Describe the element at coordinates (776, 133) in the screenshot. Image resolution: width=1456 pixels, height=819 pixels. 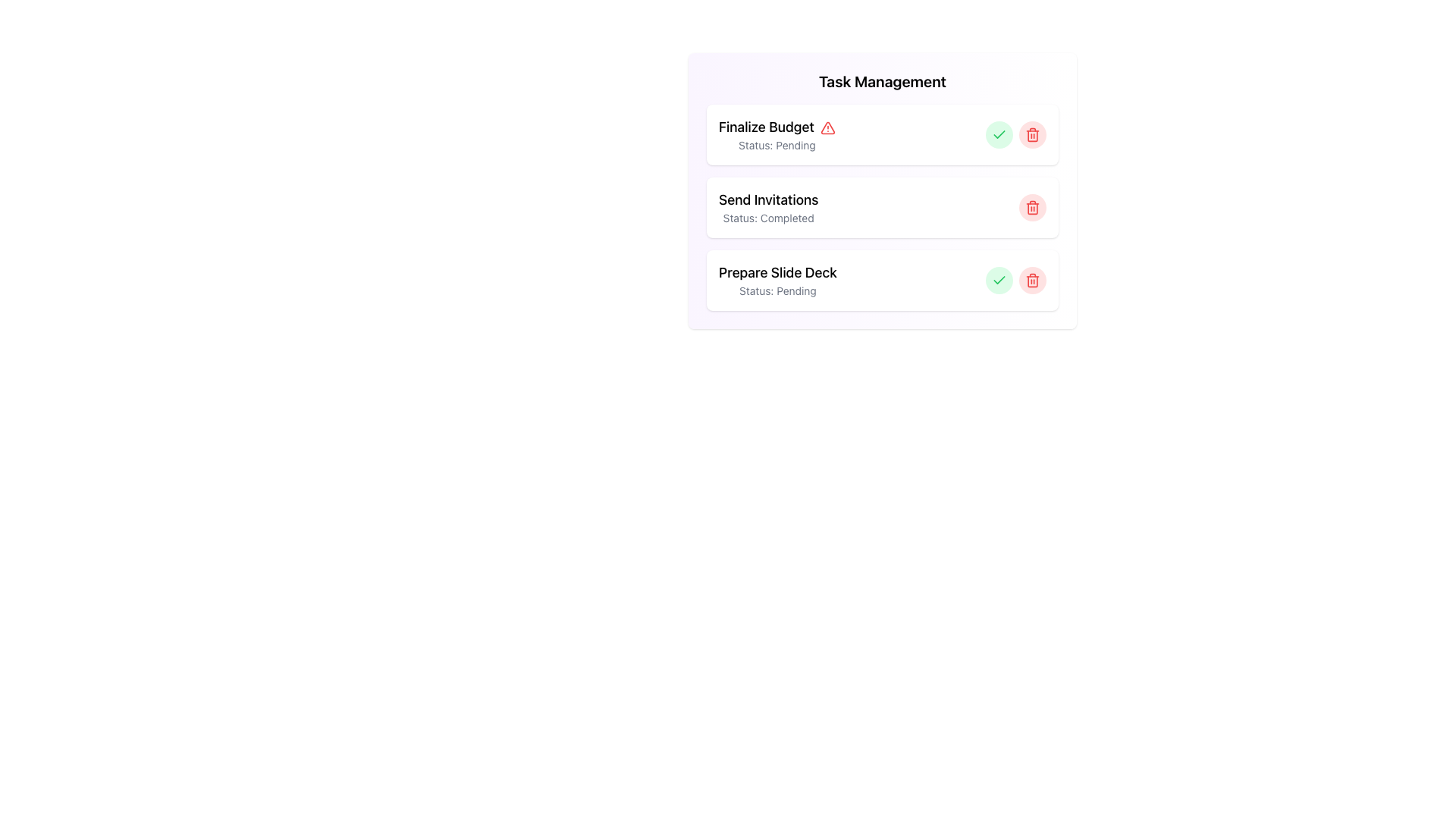
I see `task title from the first list item in the task management interface, which displays the task's details and its pending status` at that location.